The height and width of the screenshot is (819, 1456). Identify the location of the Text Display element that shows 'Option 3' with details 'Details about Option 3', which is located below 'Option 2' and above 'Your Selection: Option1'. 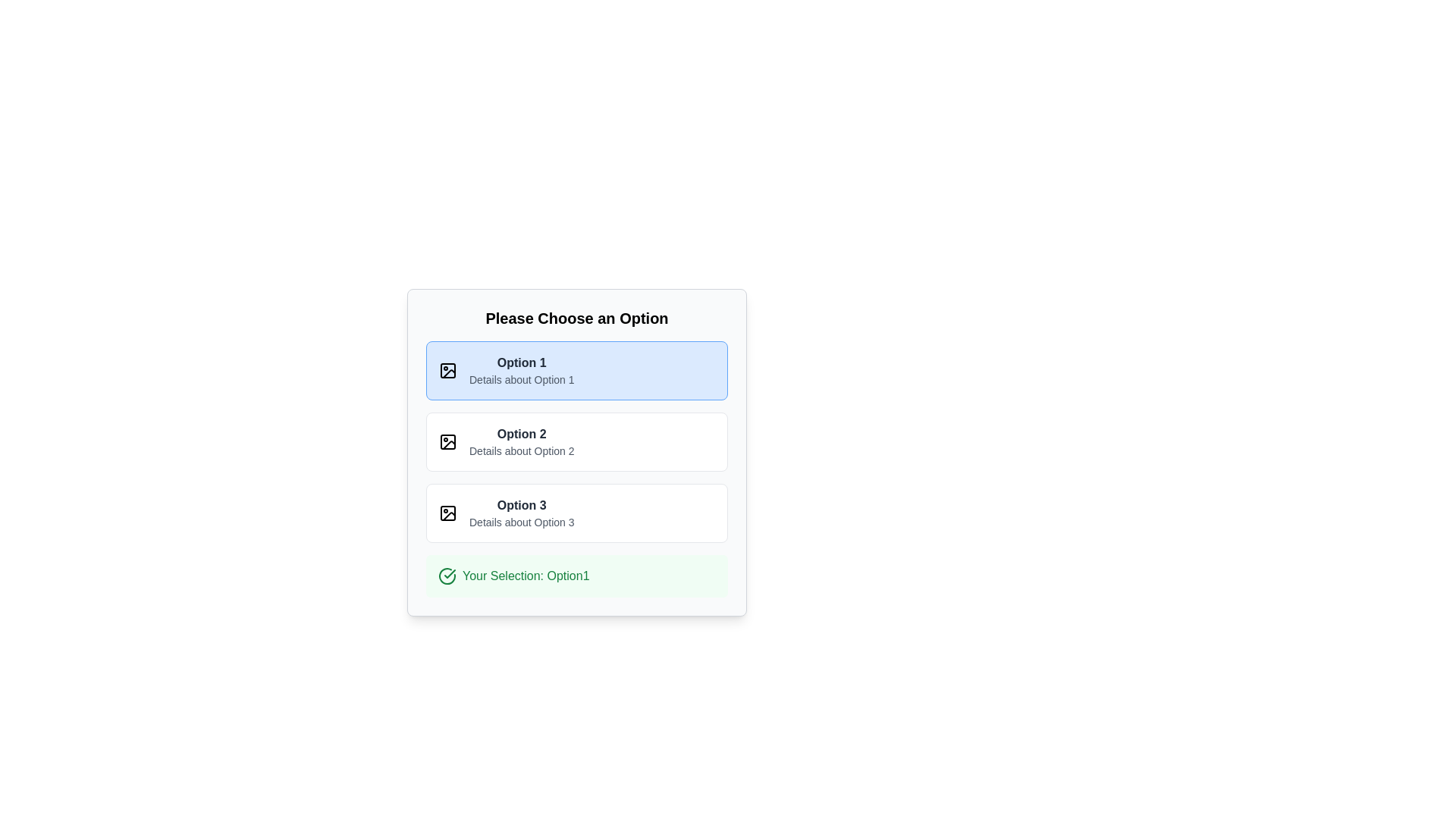
(522, 513).